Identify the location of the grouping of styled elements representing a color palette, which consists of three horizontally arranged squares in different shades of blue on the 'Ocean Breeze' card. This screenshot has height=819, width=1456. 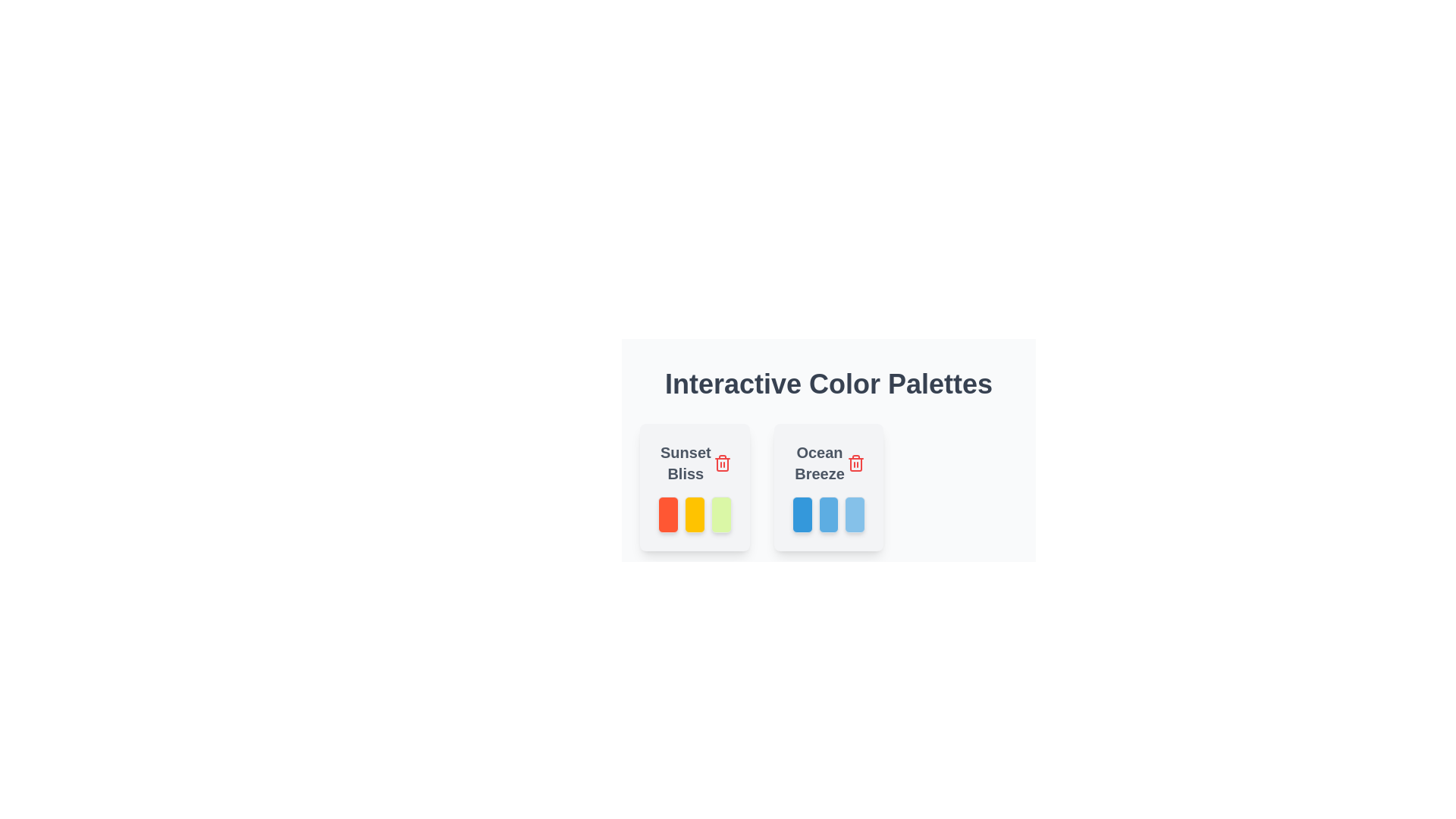
(828, 513).